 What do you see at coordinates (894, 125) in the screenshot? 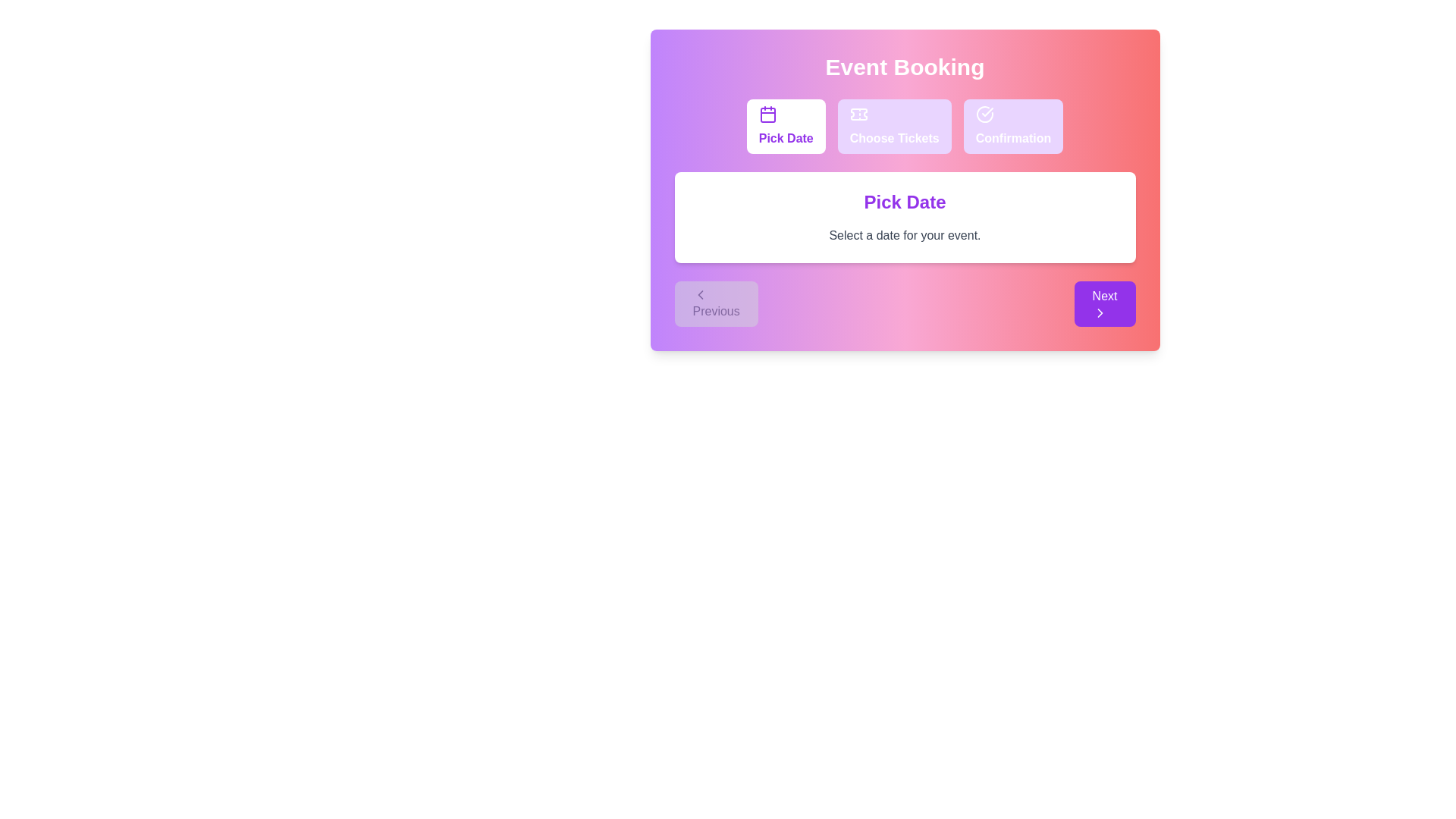
I see `the button that navigates users to the ticket selection phase of the booking process, located in the second position of a horizontal list between 'Pick Date' and 'Confirmation'` at bounding box center [894, 125].